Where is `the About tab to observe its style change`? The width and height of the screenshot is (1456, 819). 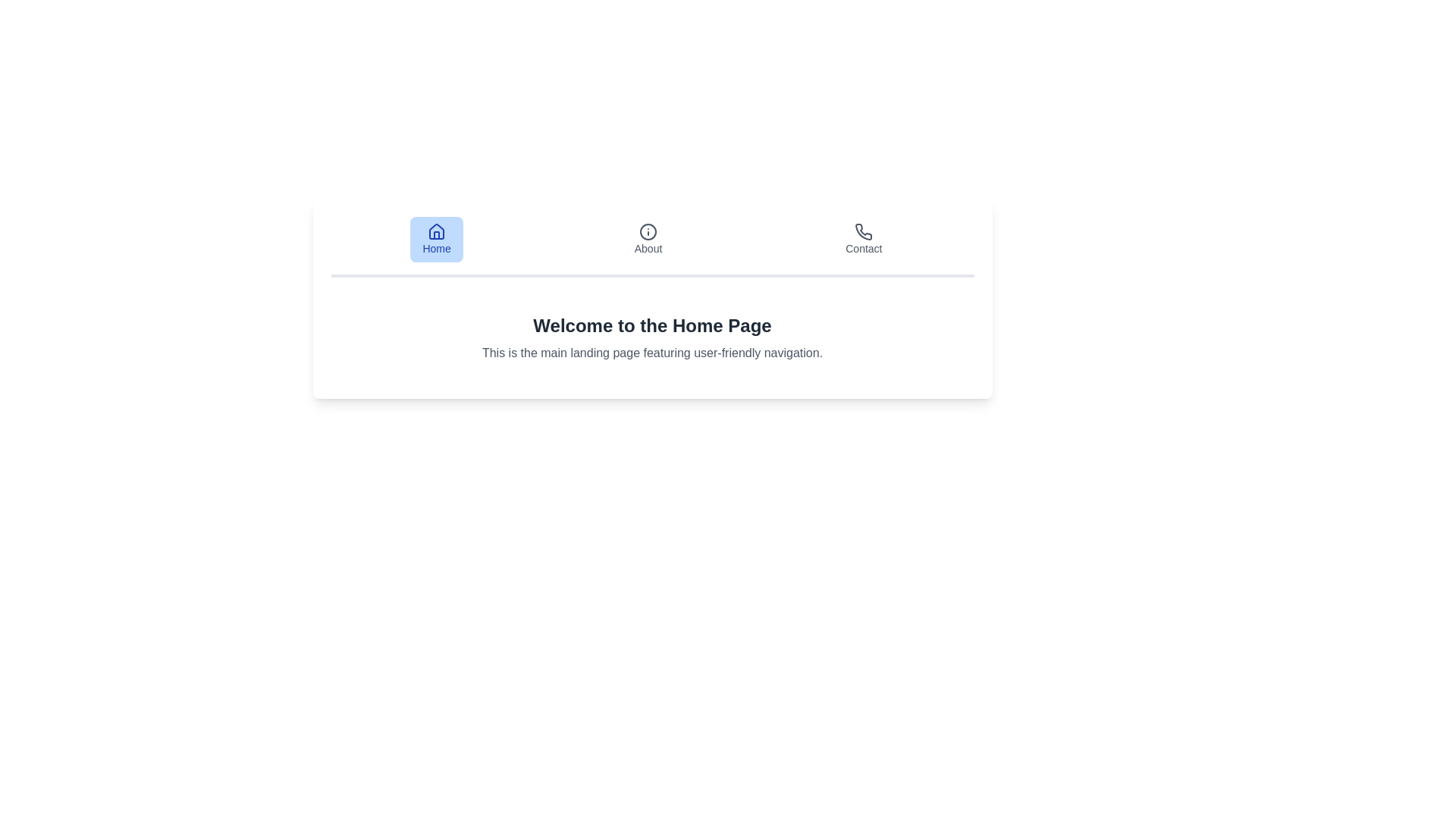
the About tab to observe its style change is located at coordinates (648, 239).